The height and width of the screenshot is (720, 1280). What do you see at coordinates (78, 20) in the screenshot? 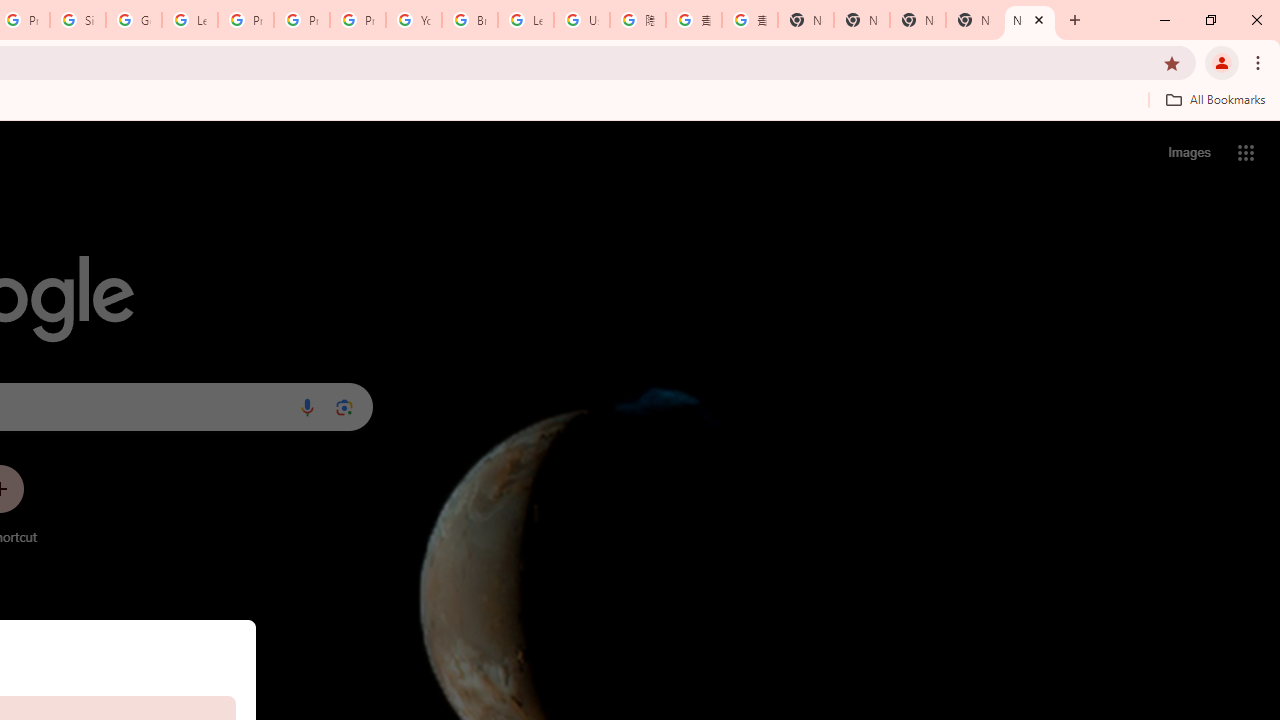
I see `'Sign in - Google Accounts'` at bounding box center [78, 20].